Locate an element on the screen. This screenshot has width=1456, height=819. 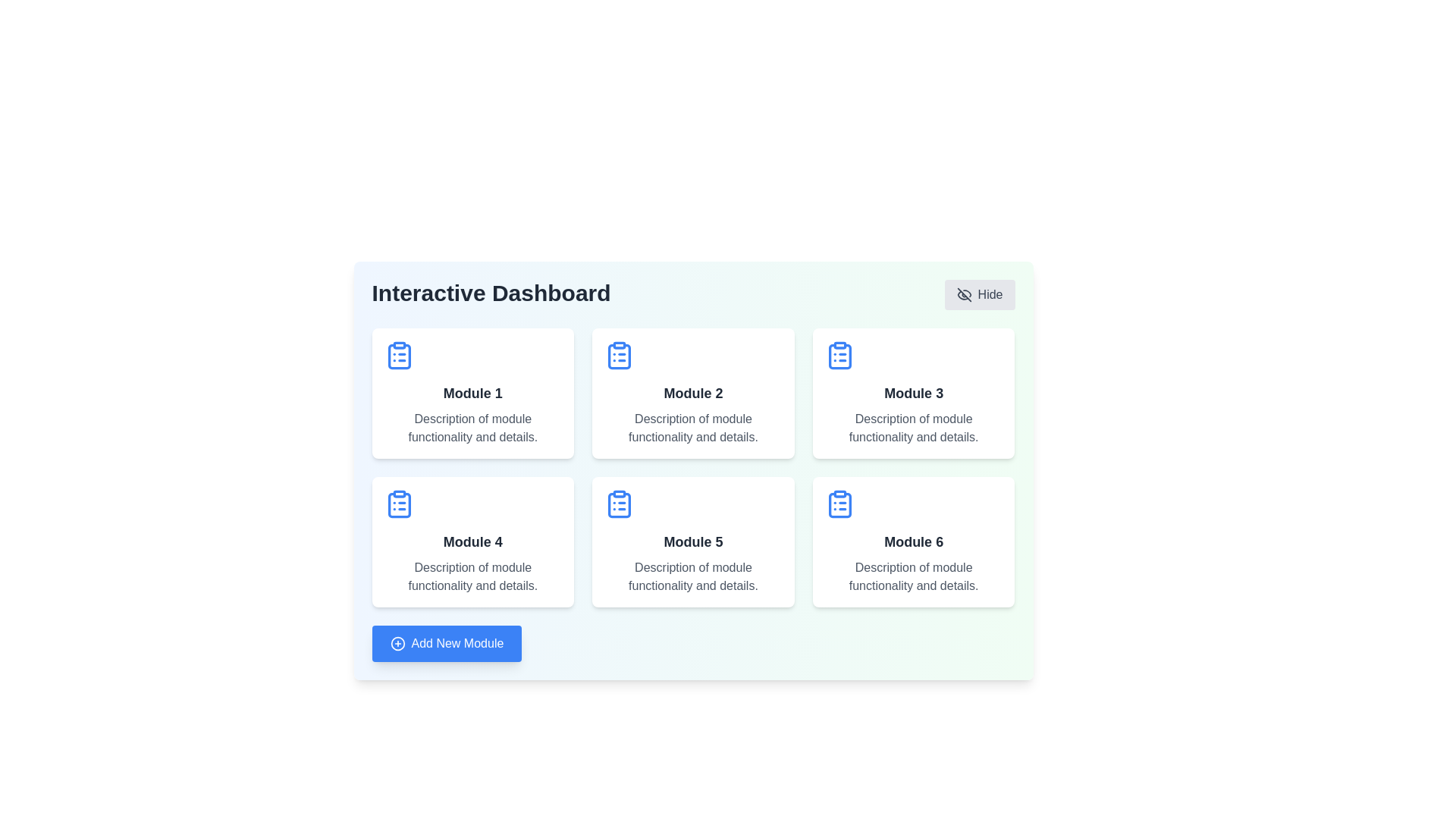
the clipboard icon located at the top-left corner of the 'Module 2' card, which is the second card in the grid layout is located at coordinates (620, 356).